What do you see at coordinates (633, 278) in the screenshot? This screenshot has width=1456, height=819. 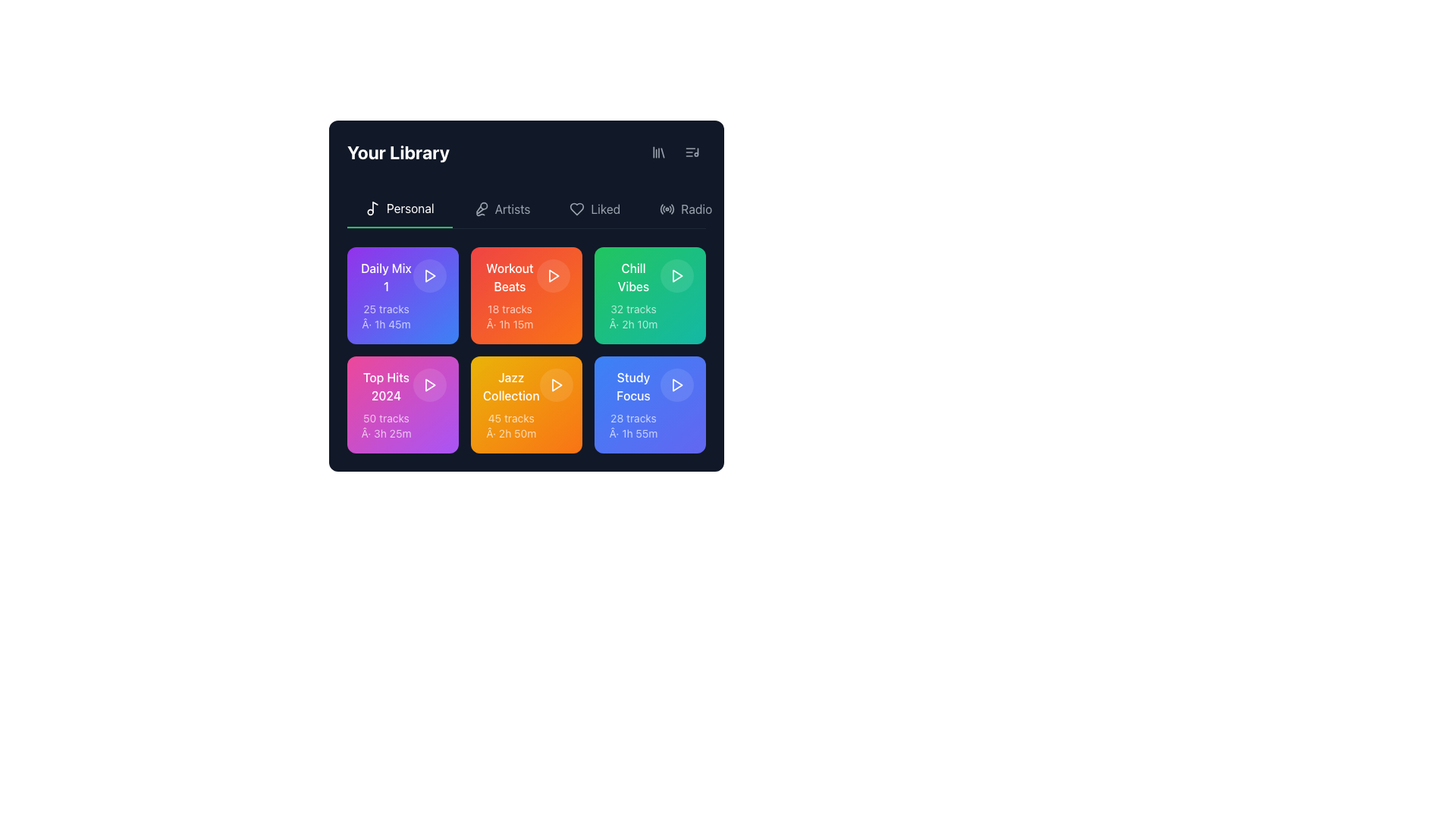 I see `the Text Label that serves as a title for the playlist displayed in the green tile, located in the first row and third column of the grid layout in the 'Your Library' section` at bounding box center [633, 278].